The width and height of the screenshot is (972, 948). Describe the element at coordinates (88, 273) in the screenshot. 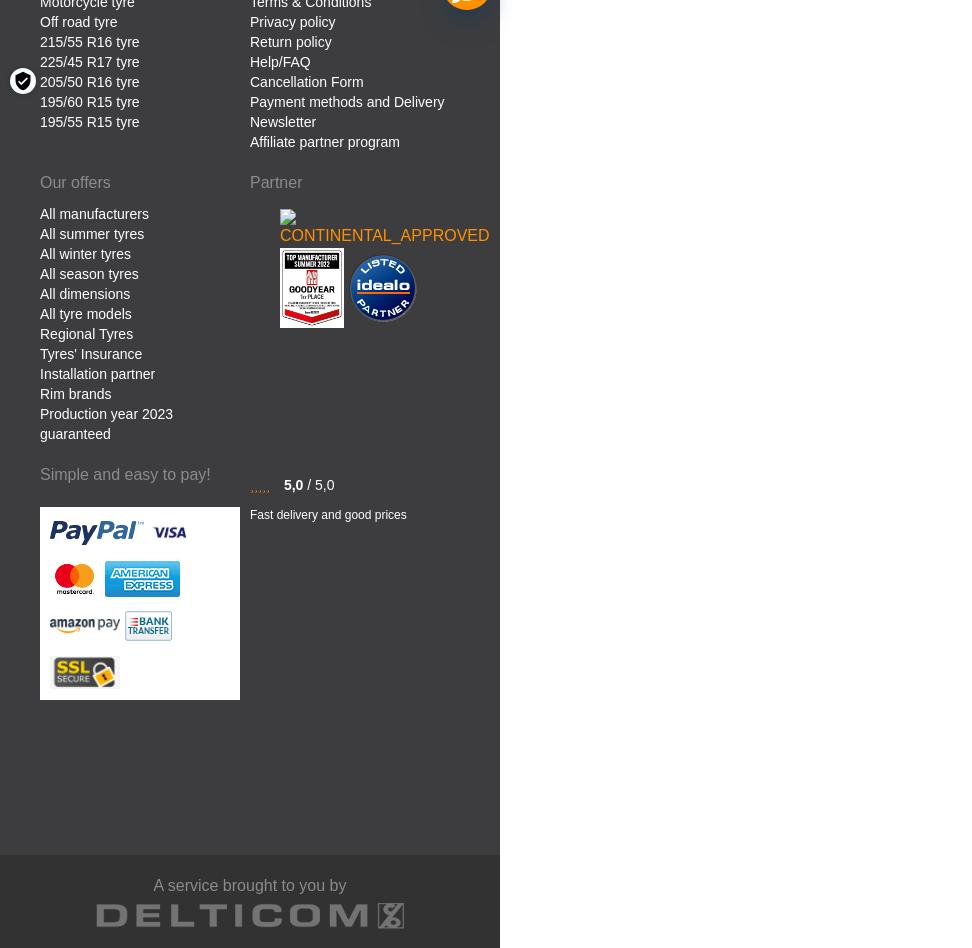

I see `'All season tyres'` at that location.